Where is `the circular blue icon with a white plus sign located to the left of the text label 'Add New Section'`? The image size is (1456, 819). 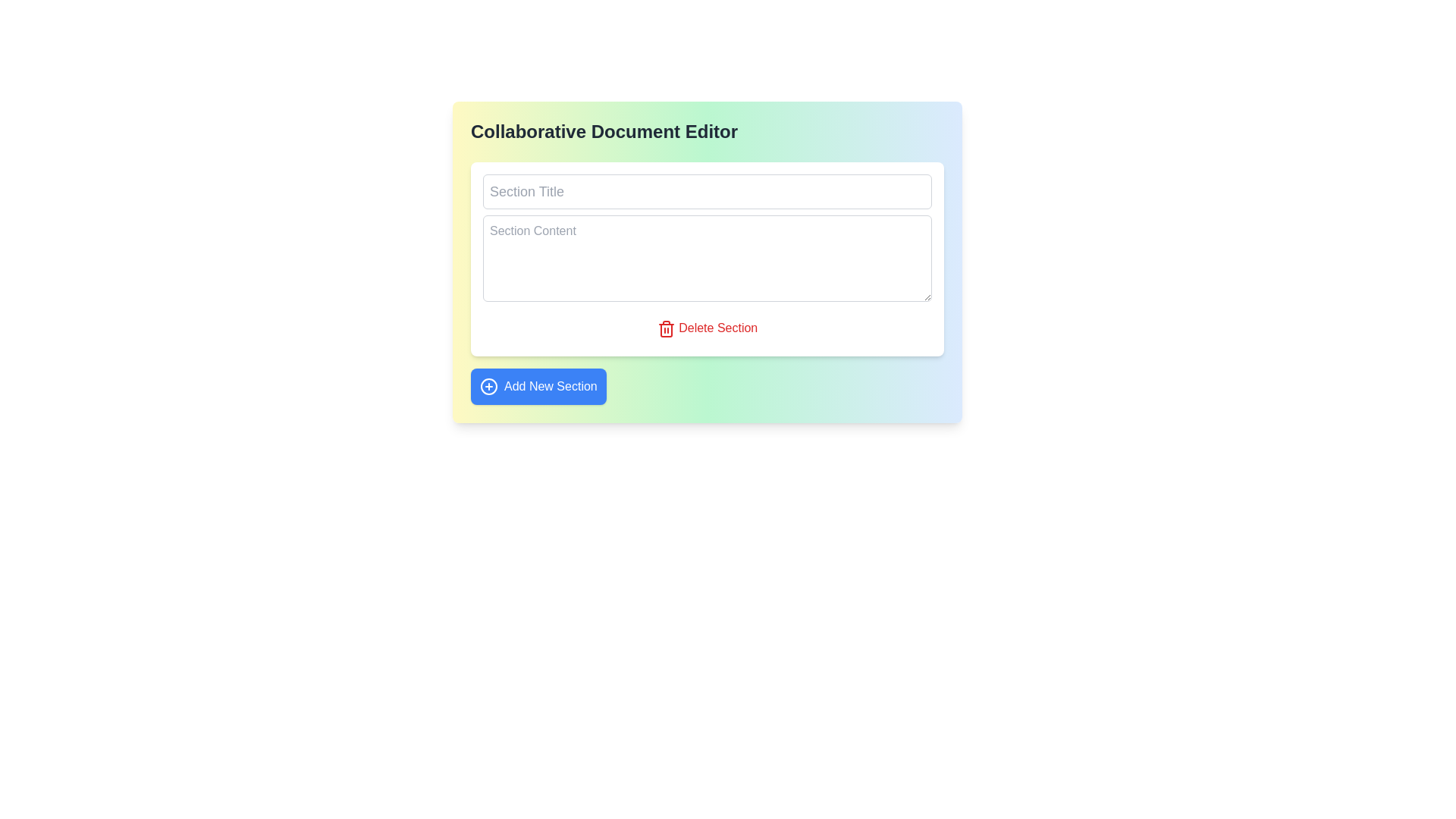 the circular blue icon with a white plus sign located to the left of the text label 'Add New Section' is located at coordinates (488, 385).